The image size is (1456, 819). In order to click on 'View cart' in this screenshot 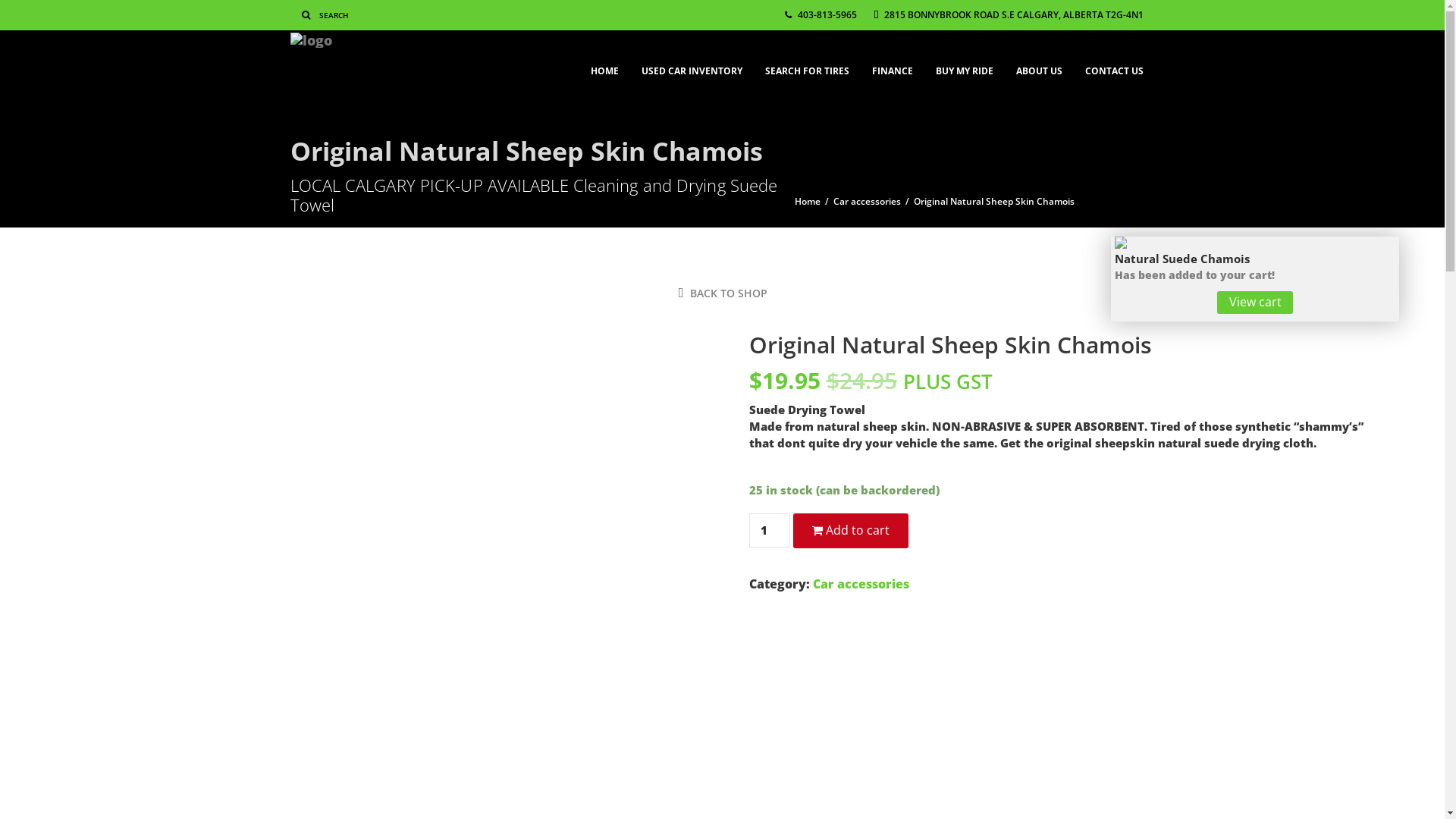, I will do `click(1255, 302)`.